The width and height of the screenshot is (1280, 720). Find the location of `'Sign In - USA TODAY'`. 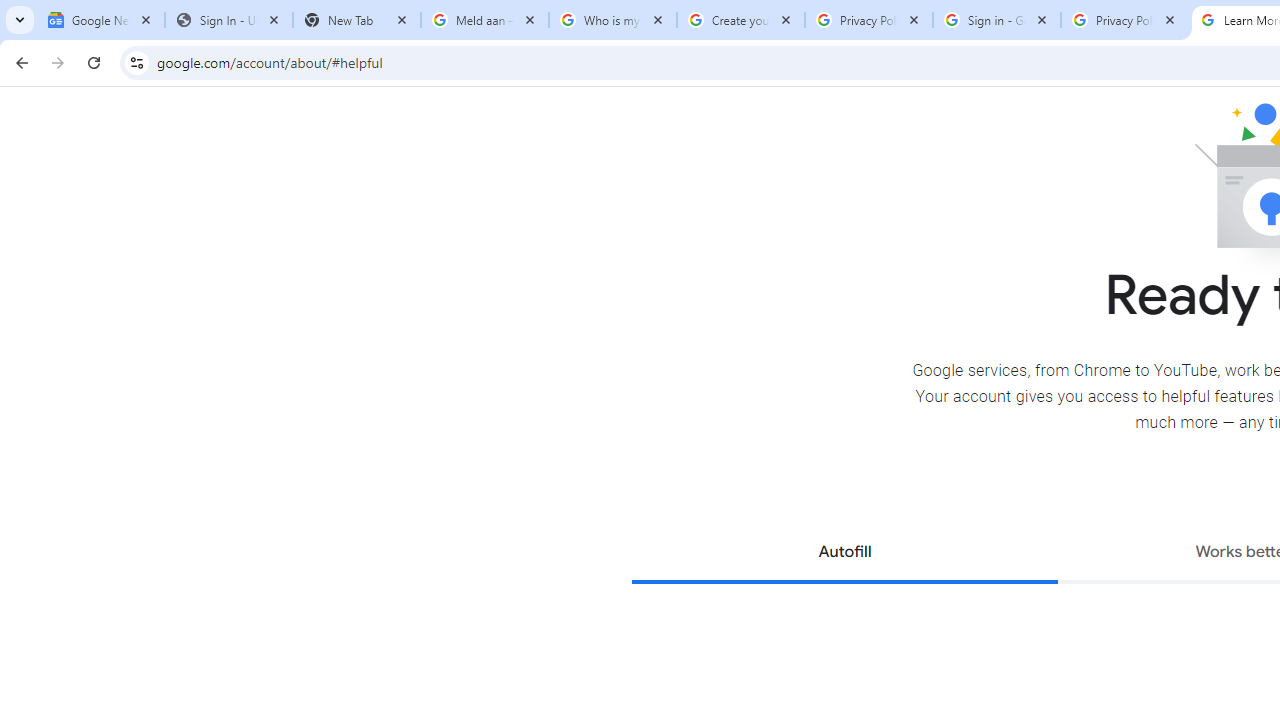

'Sign In - USA TODAY' is located at coordinates (229, 20).